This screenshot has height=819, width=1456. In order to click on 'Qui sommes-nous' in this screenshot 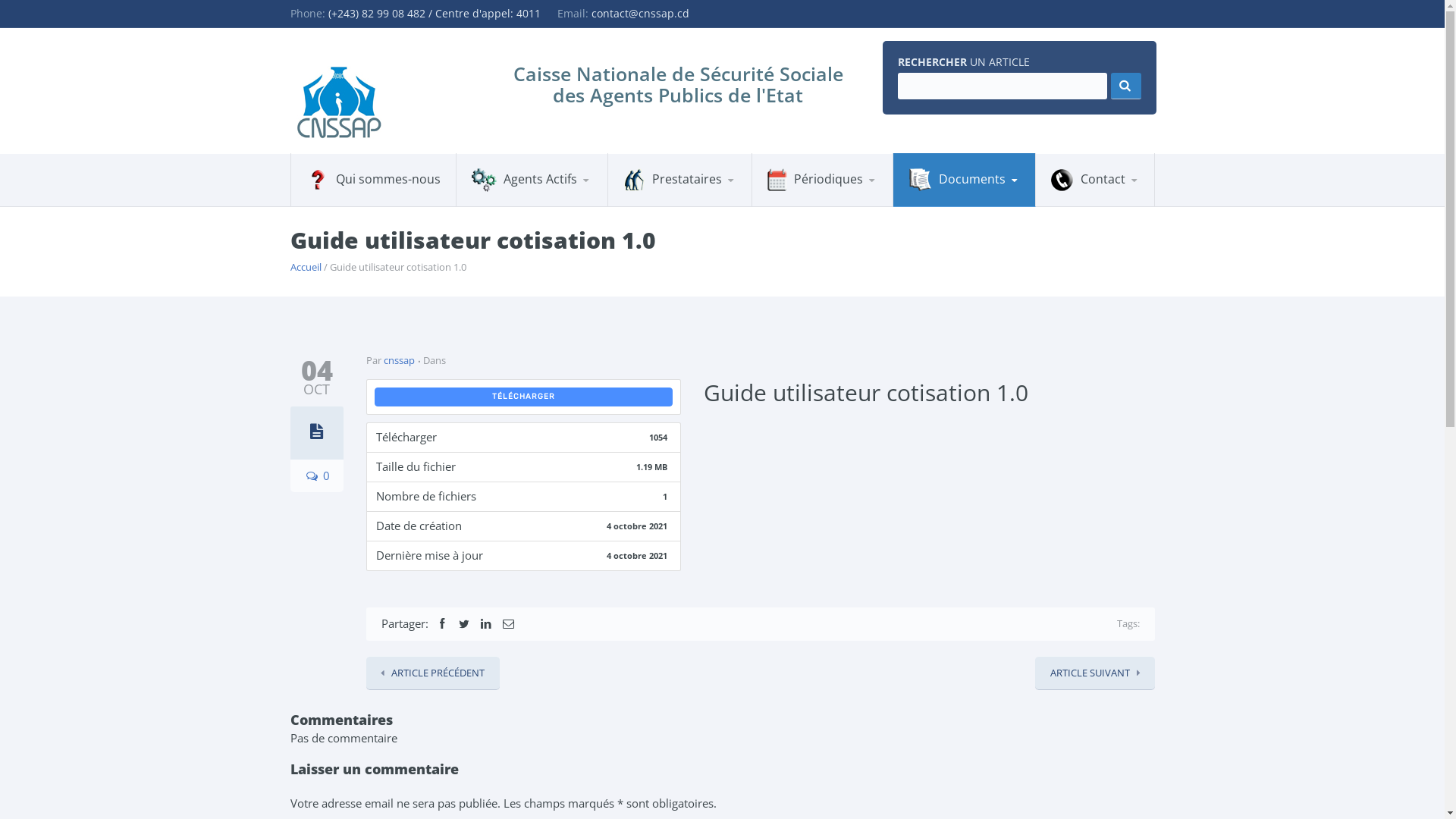, I will do `click(373, 178)`.